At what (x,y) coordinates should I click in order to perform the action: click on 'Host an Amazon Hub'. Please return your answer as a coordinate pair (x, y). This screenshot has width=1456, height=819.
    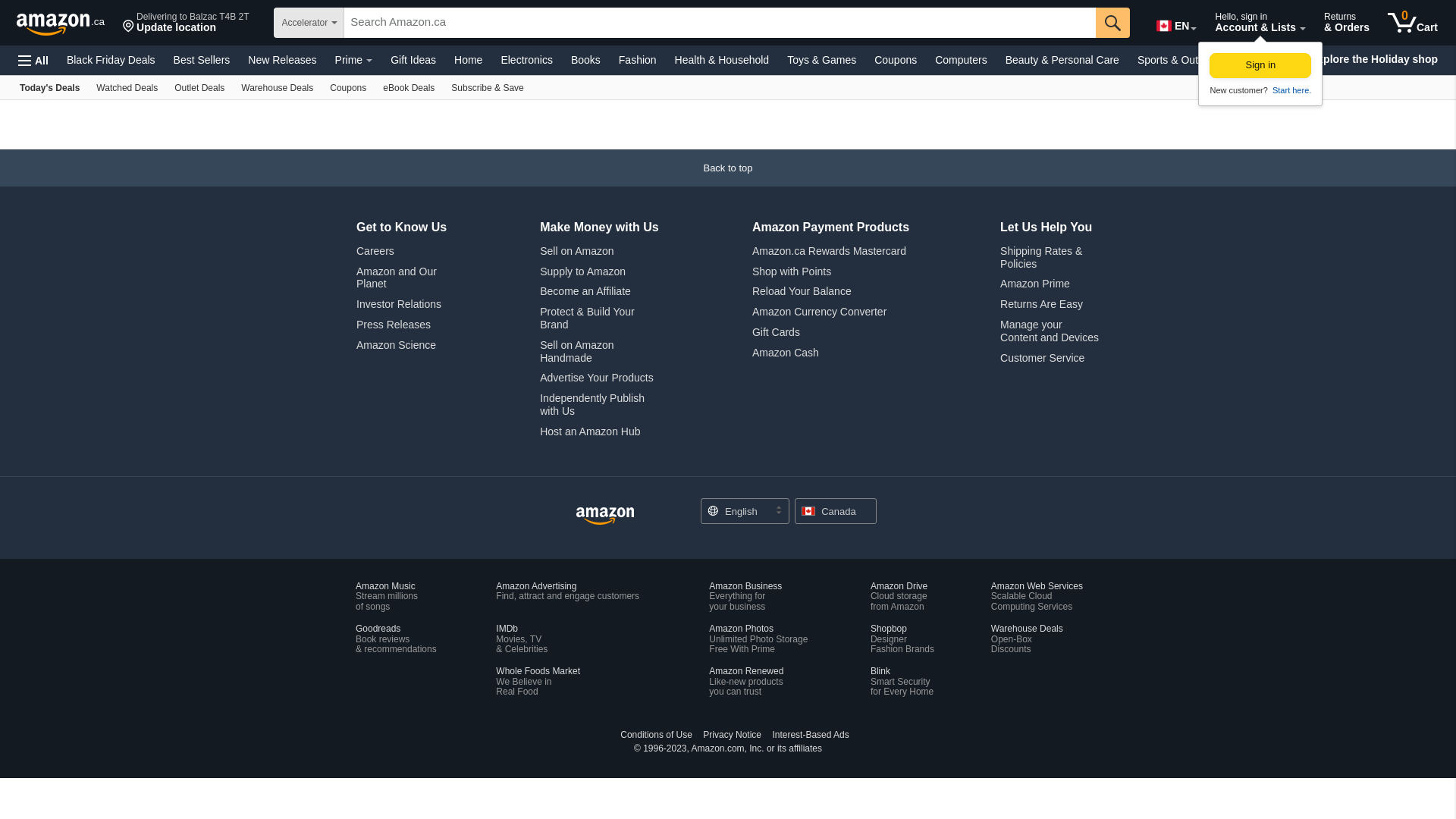
    Looking at the image, I should click on (588, 431).